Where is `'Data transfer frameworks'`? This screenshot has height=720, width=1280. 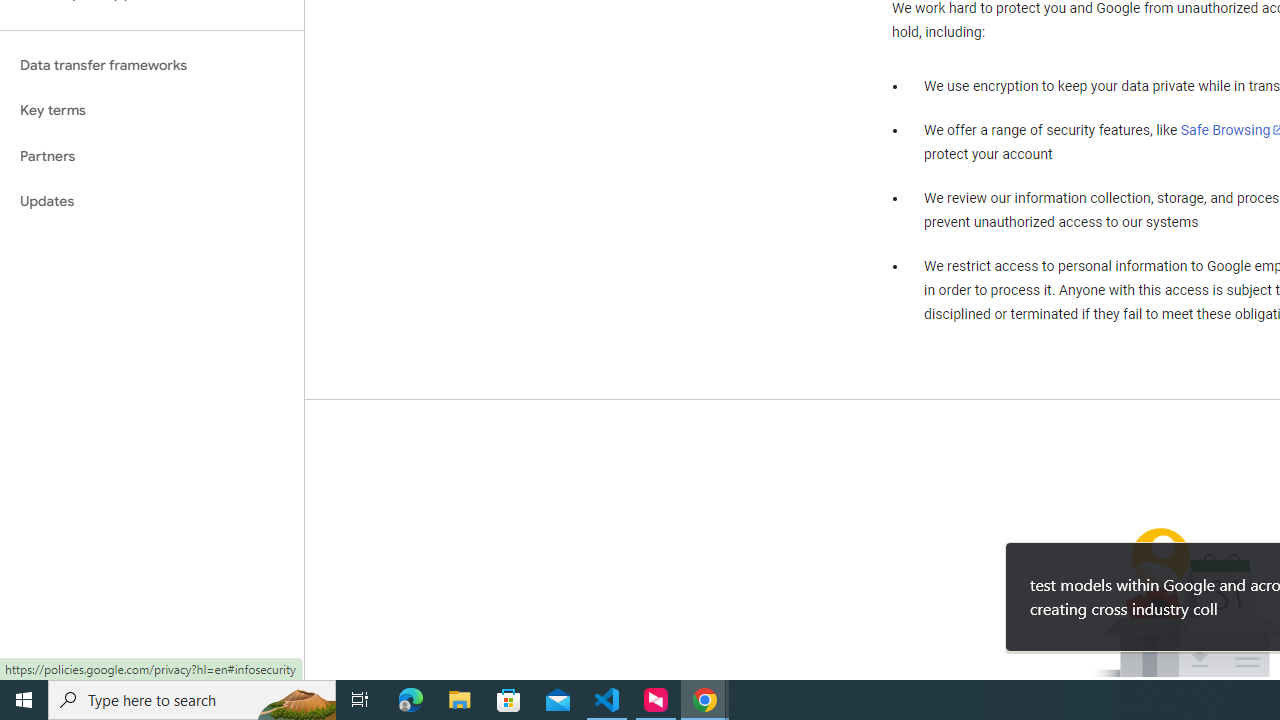 'Data transfer frameworks' is located at coordinates (151, 64).